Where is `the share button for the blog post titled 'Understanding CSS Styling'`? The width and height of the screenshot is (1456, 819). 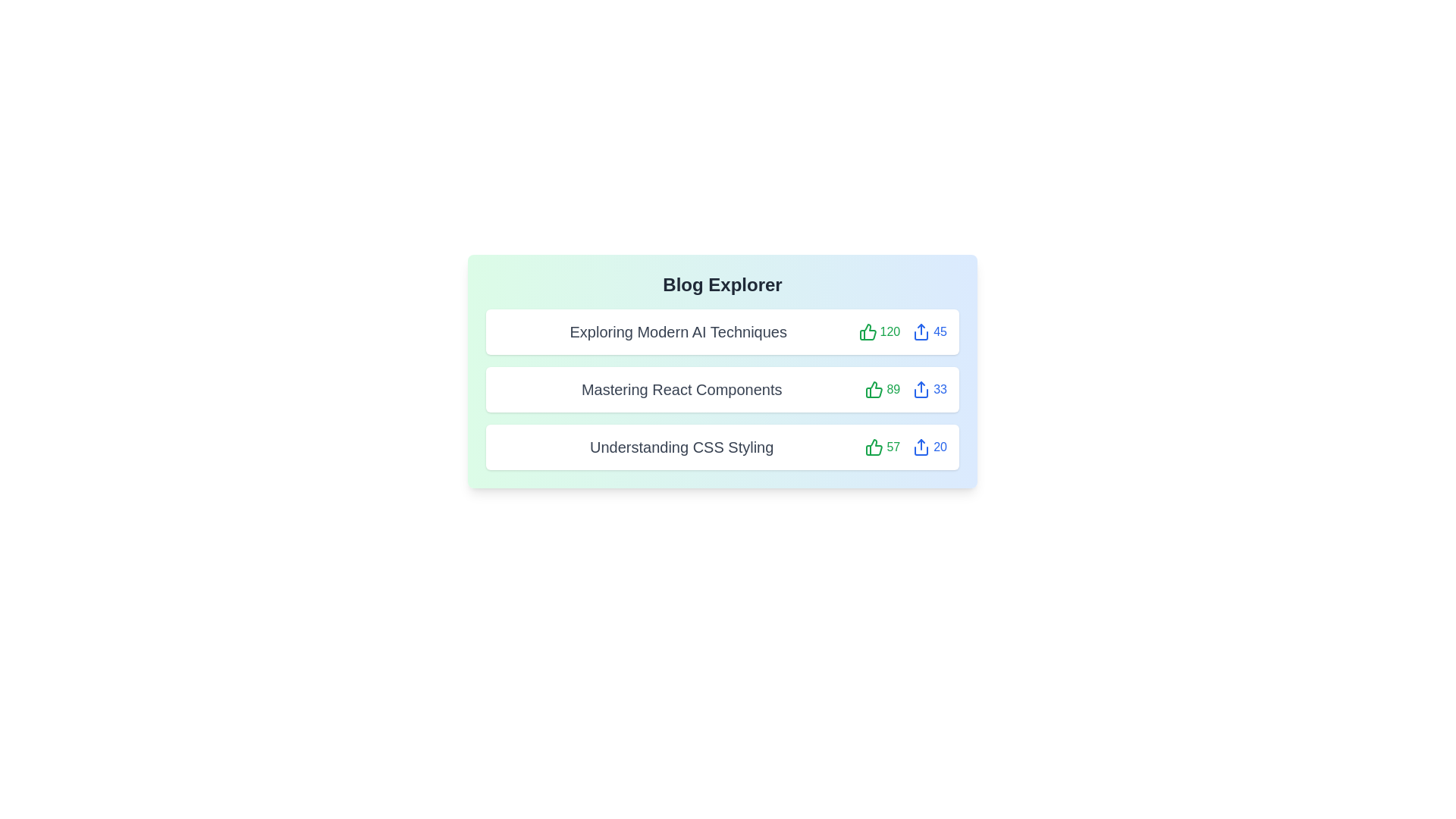 the share button for the blog post titled 'Understanding CSS Styling' is located at coordinates (929, 447).